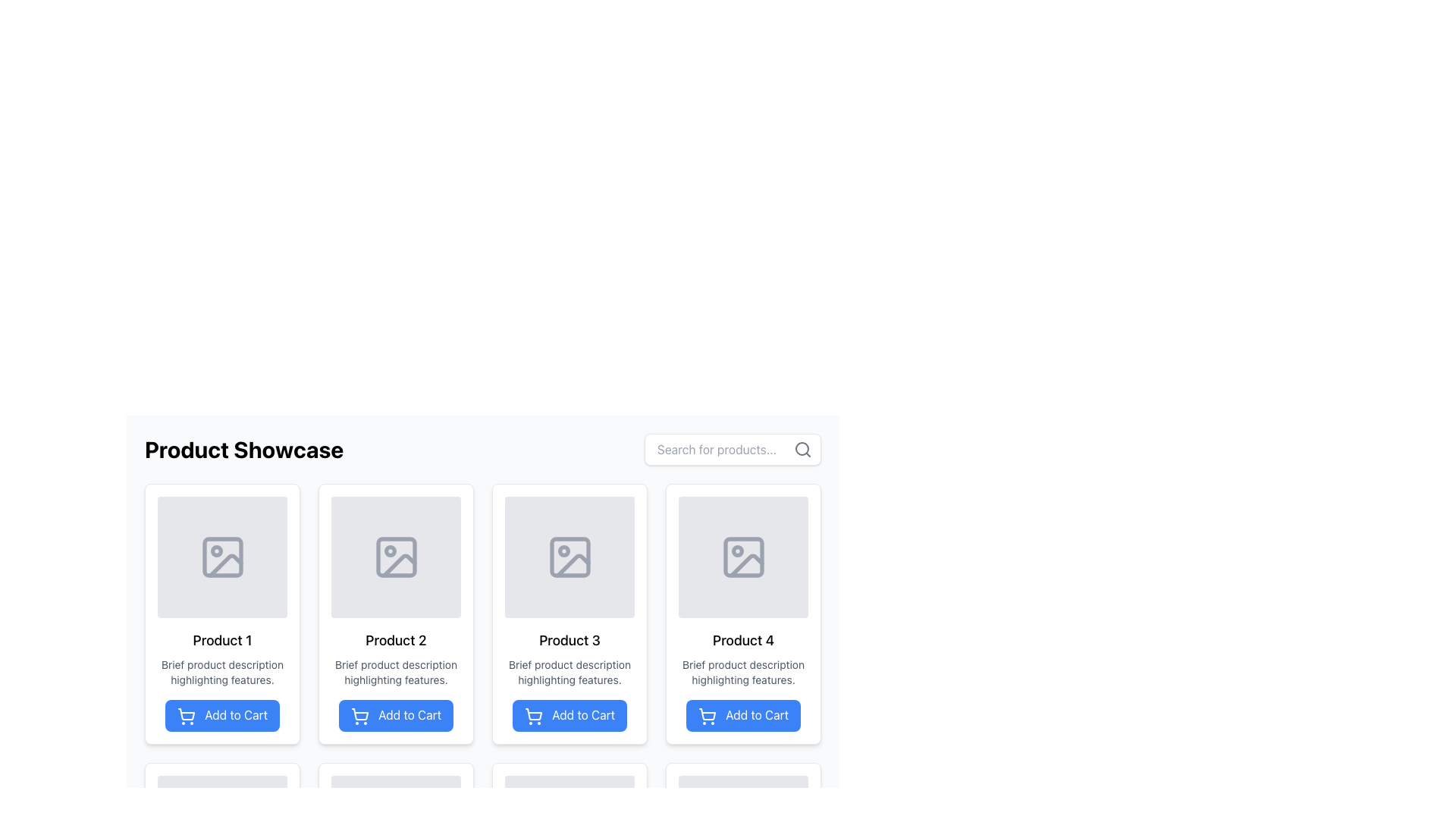  I want to click on the blue rectangular button labeled 'Add to Cart' located beneath the product description of 'Product 1', so click(221, 715).